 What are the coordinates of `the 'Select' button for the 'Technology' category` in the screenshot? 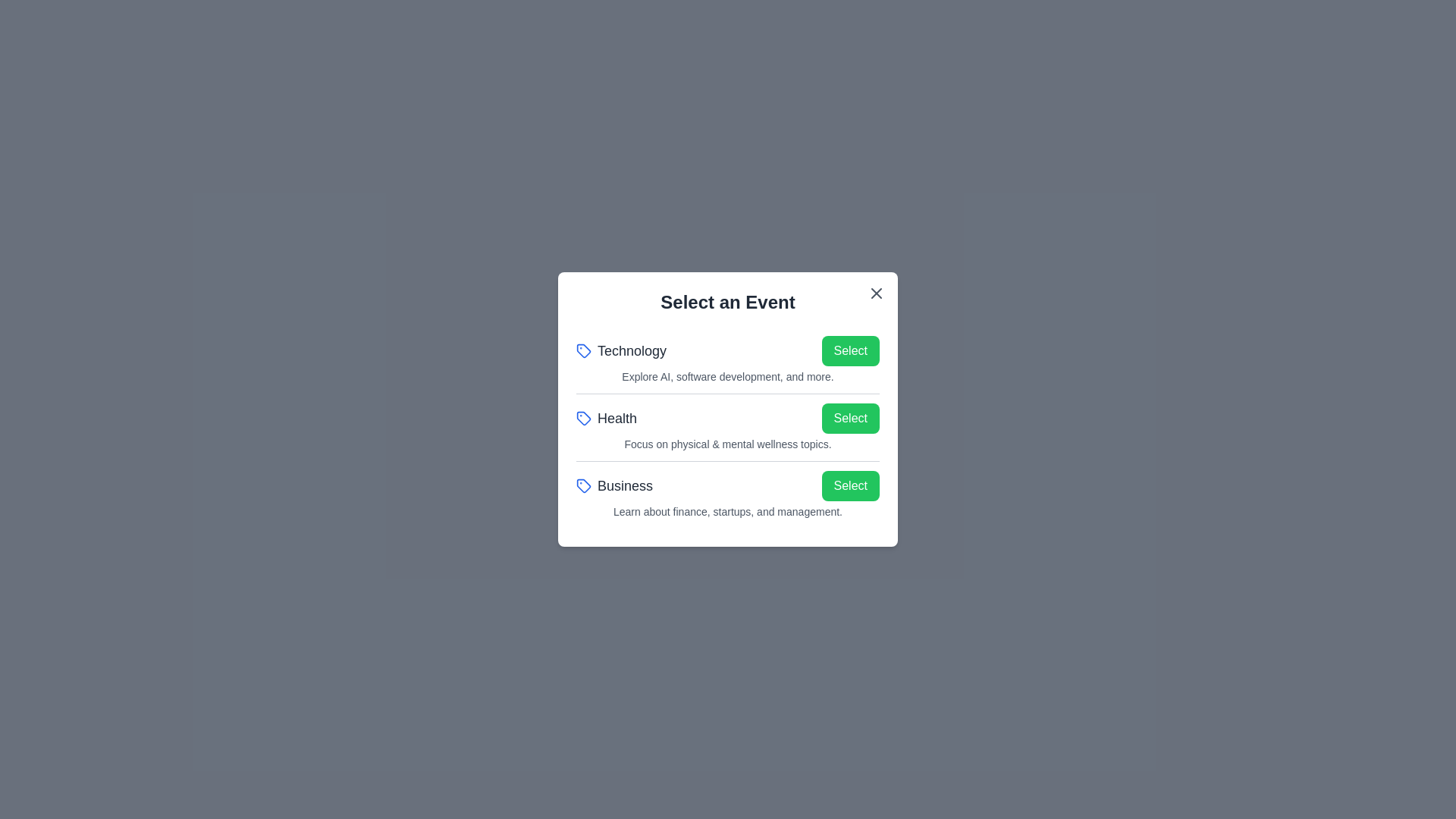 It's located at (850, 350).